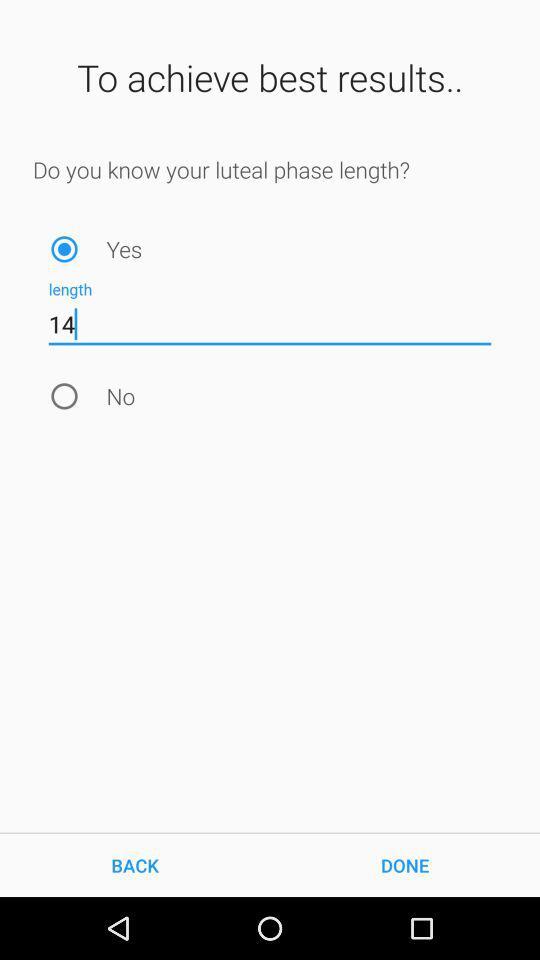 The image size is (540, 960). I want to click on the back icon, so click(135, 864).